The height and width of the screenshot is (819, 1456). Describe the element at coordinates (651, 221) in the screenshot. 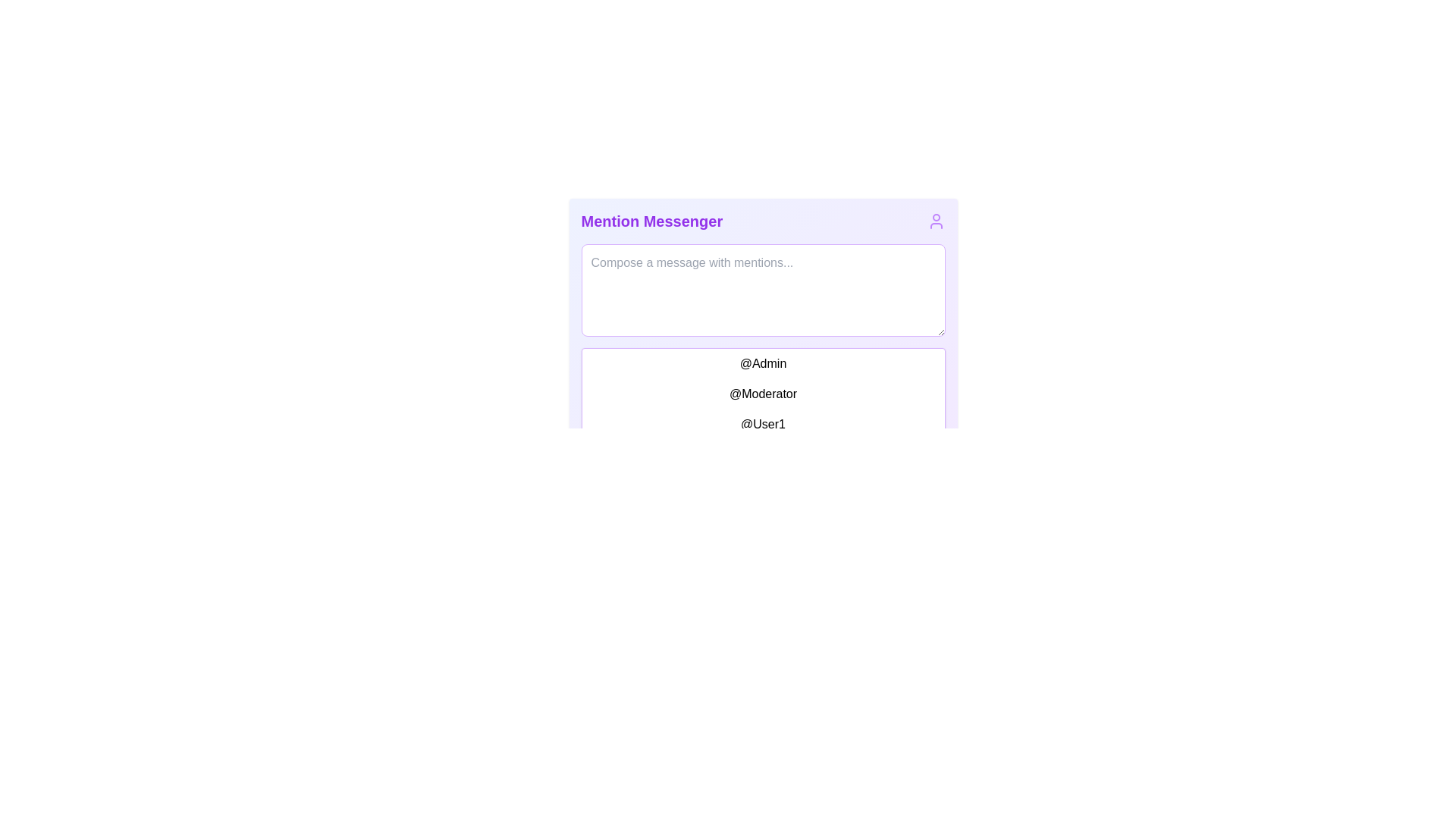

I see `the 'Mention Messenger' text display element, which is bold, large, purple, and aligned to the left within the header of the messaging interface` at that location.